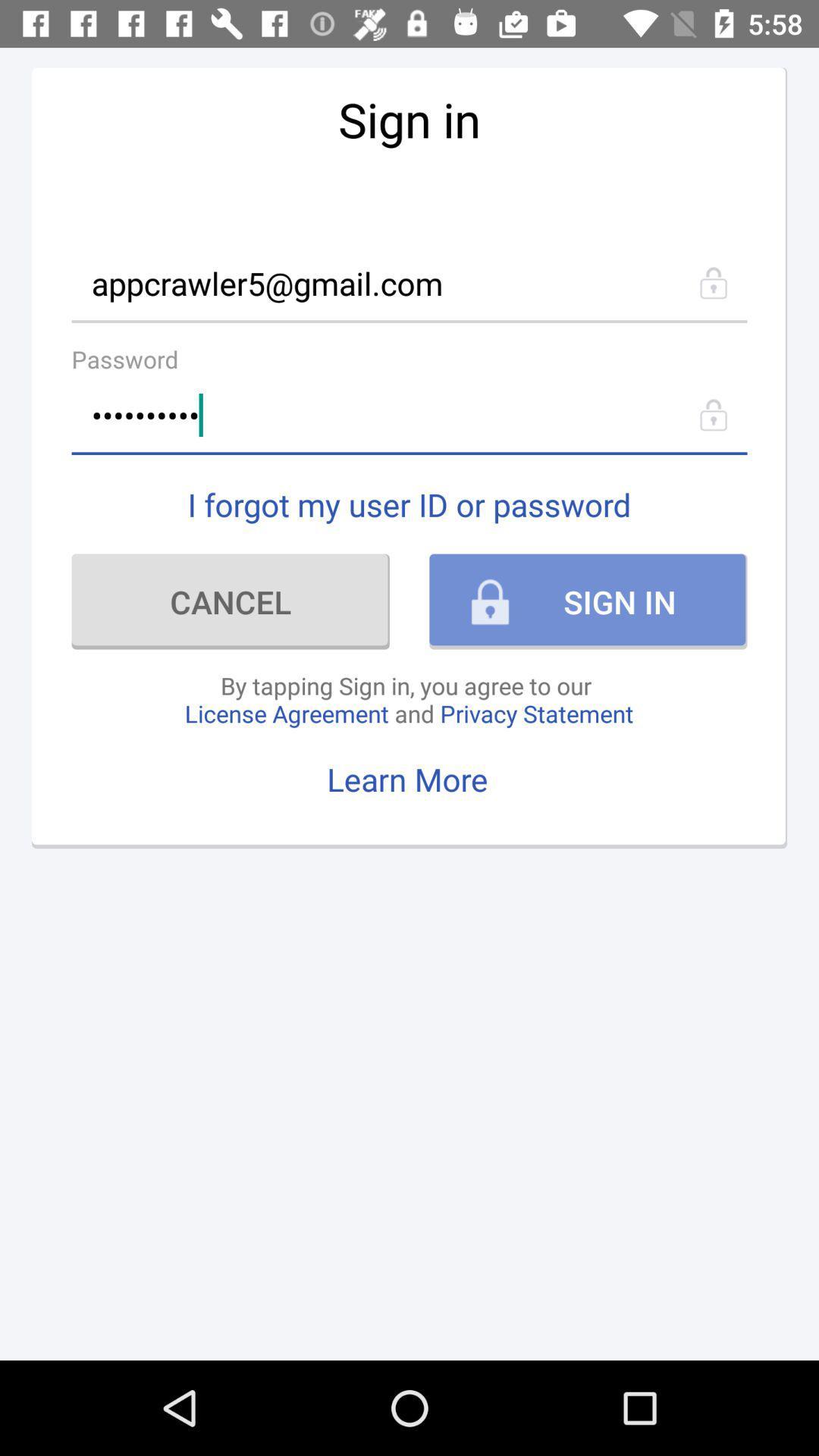 Image resolution: width=819 pixels, height=1456 pixels. What do you see at coordinates (409, 415) in the screenshot?
I see `the icon above the i forgot my icon` at bounding box center [409, 415].